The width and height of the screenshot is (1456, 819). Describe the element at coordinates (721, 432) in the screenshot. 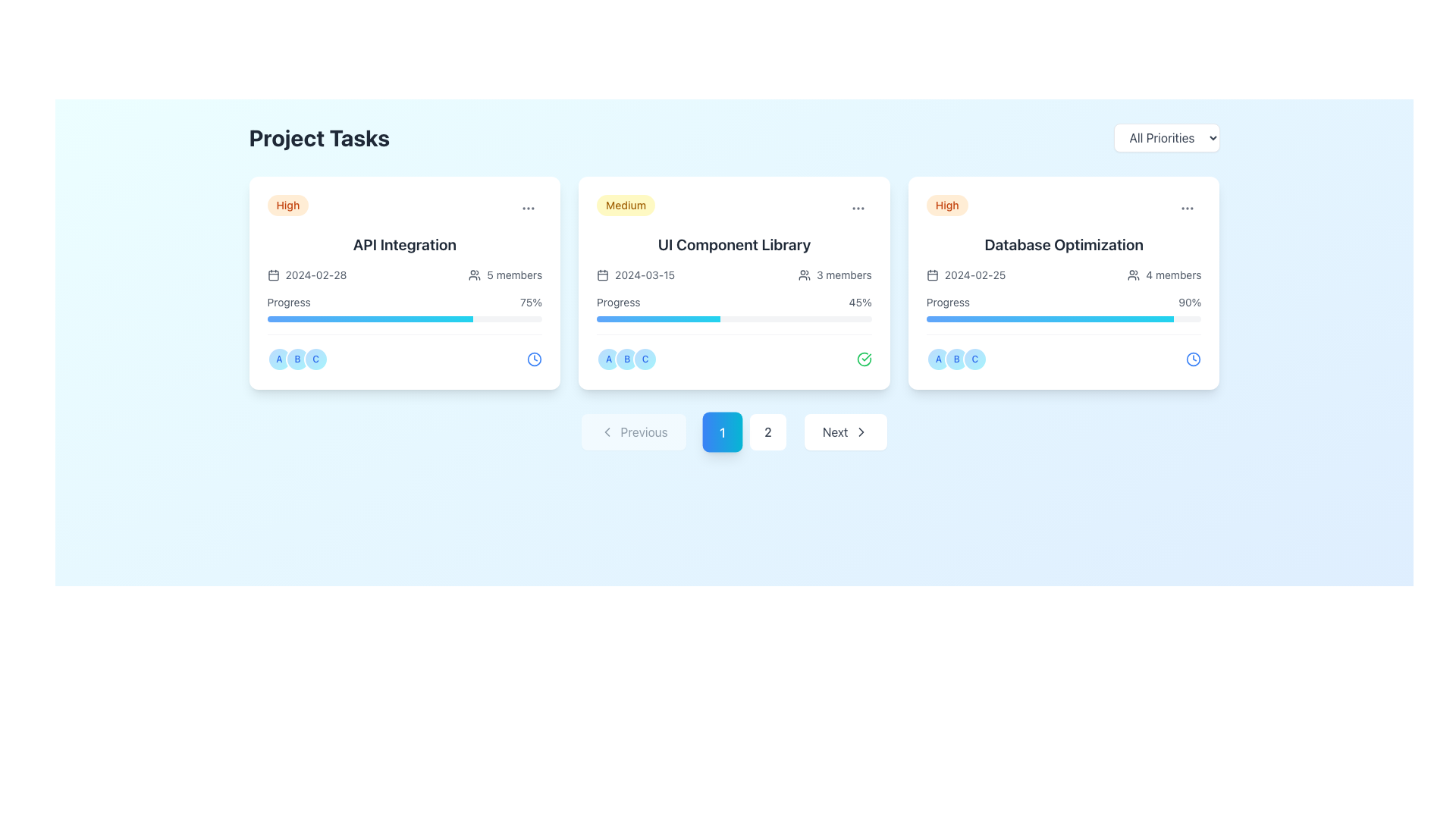

I see `the square button with rounded corners, a blue to cyan gradient background, and a white number '1' in the center` at that location.